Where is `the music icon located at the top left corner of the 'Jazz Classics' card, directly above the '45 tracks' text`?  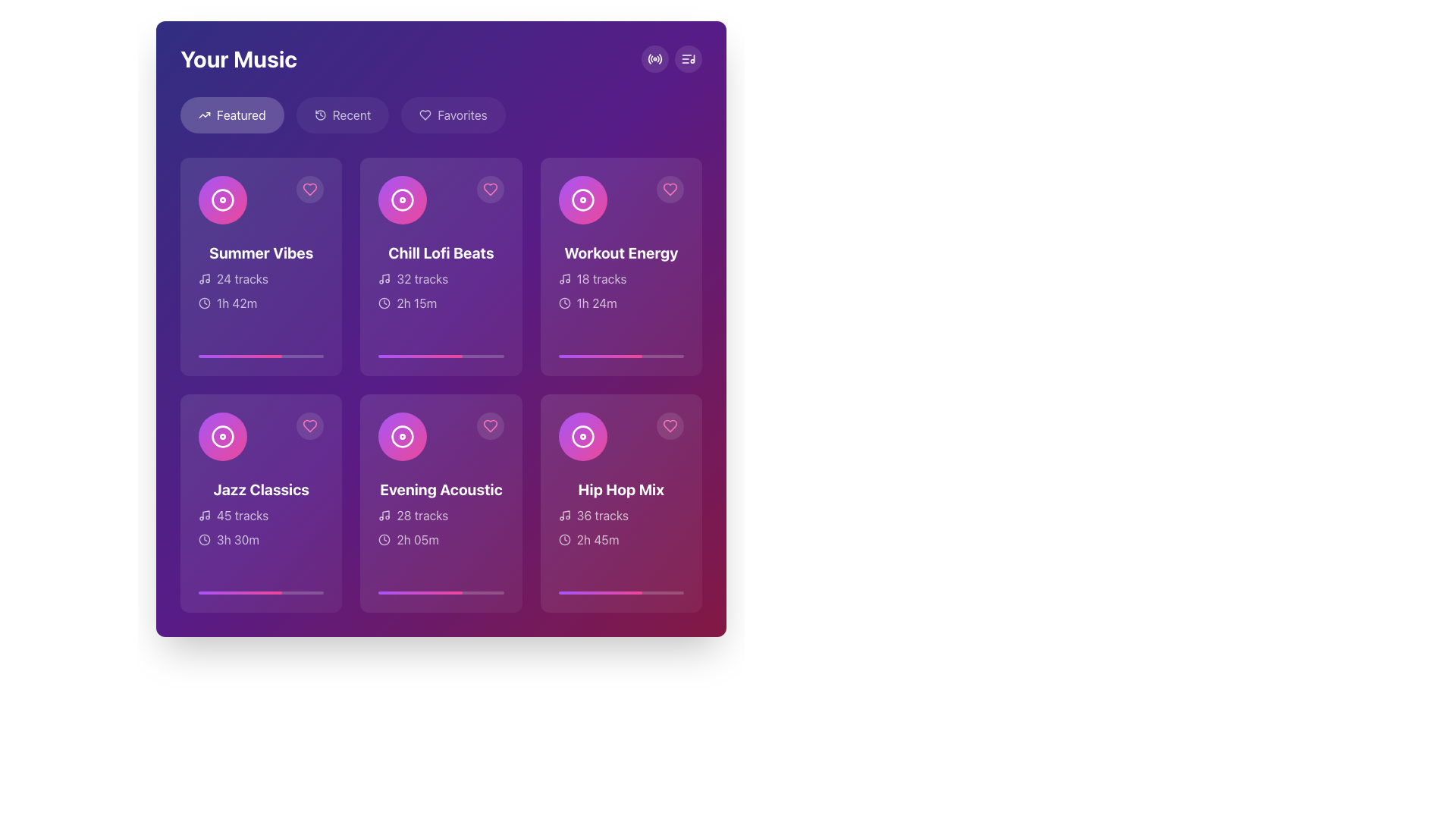 the music icon located at the top left corner of the 'Jazz Classics' card, directly above the '45 tracks' text is located at coordinates (203, 514).